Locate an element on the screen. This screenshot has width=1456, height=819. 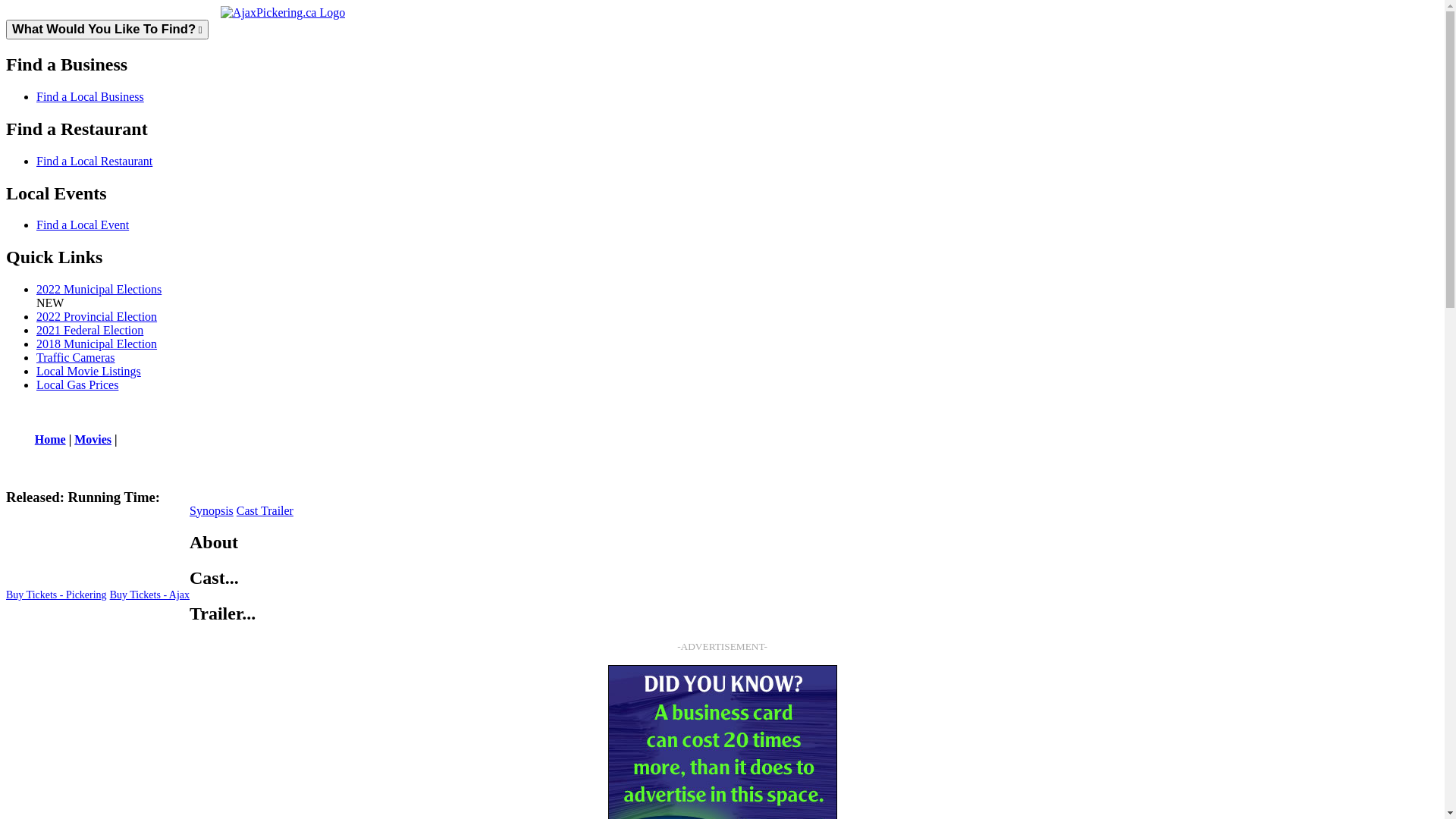
'Traffic Cameras' is located at coordinates (75, 357).